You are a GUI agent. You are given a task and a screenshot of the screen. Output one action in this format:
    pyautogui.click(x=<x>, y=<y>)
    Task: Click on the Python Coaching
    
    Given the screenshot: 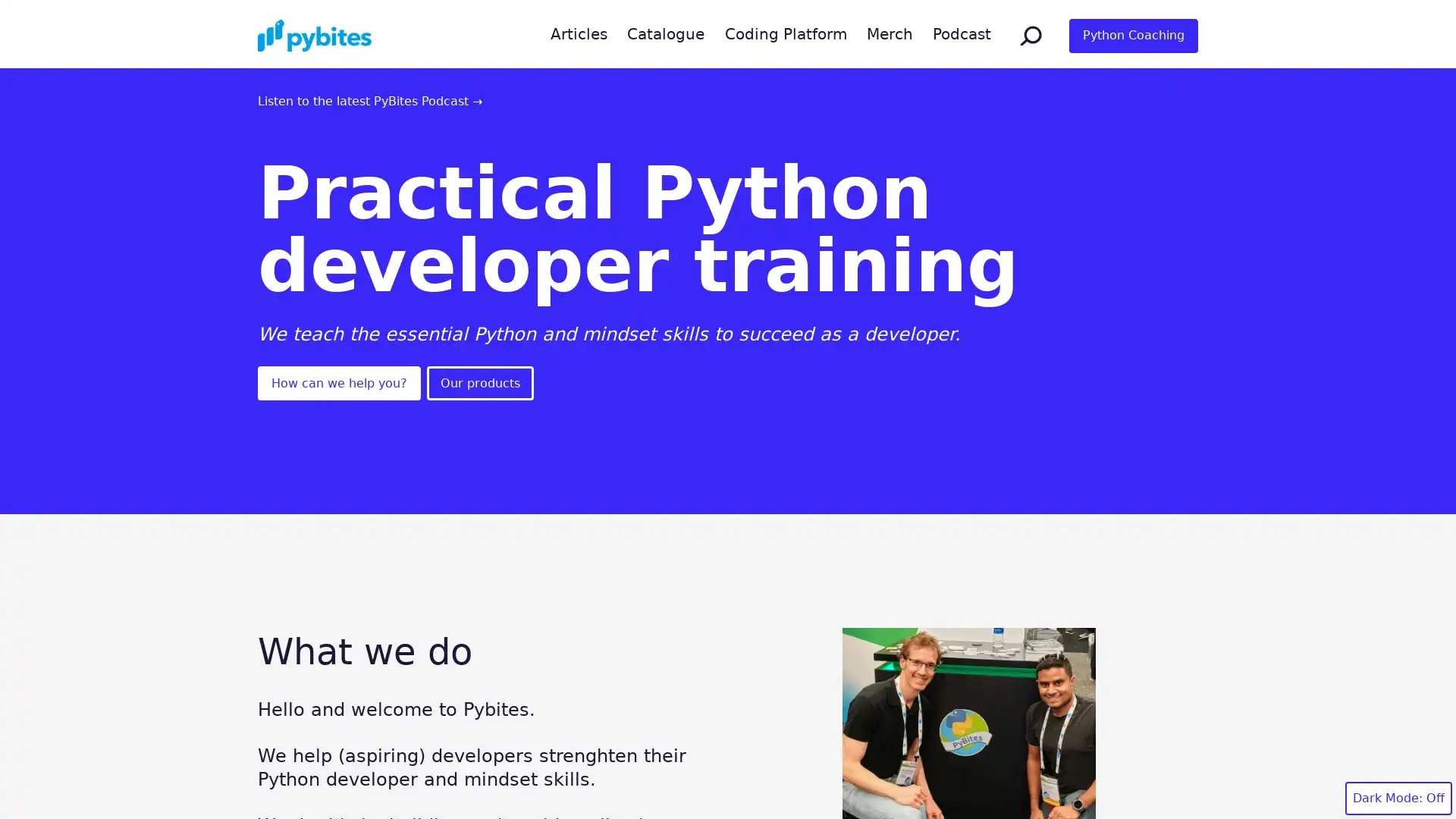 What is the action you would take?
    pyautogui.click(x=1133, y=34)
    